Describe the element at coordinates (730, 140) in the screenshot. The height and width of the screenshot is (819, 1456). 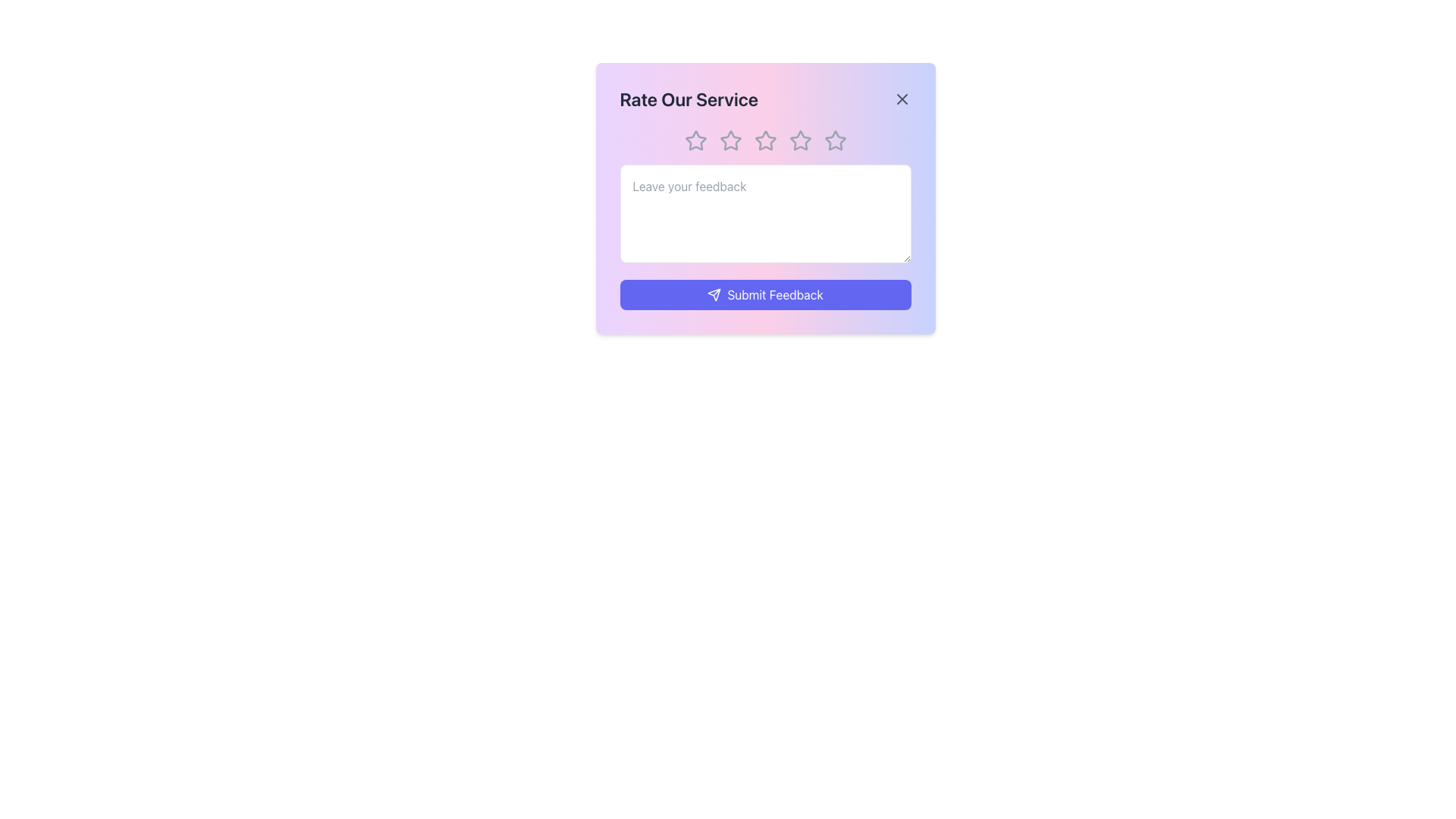
I see `the second star icon in the horizontal list of five star icons to change its color to yellow` at that location.